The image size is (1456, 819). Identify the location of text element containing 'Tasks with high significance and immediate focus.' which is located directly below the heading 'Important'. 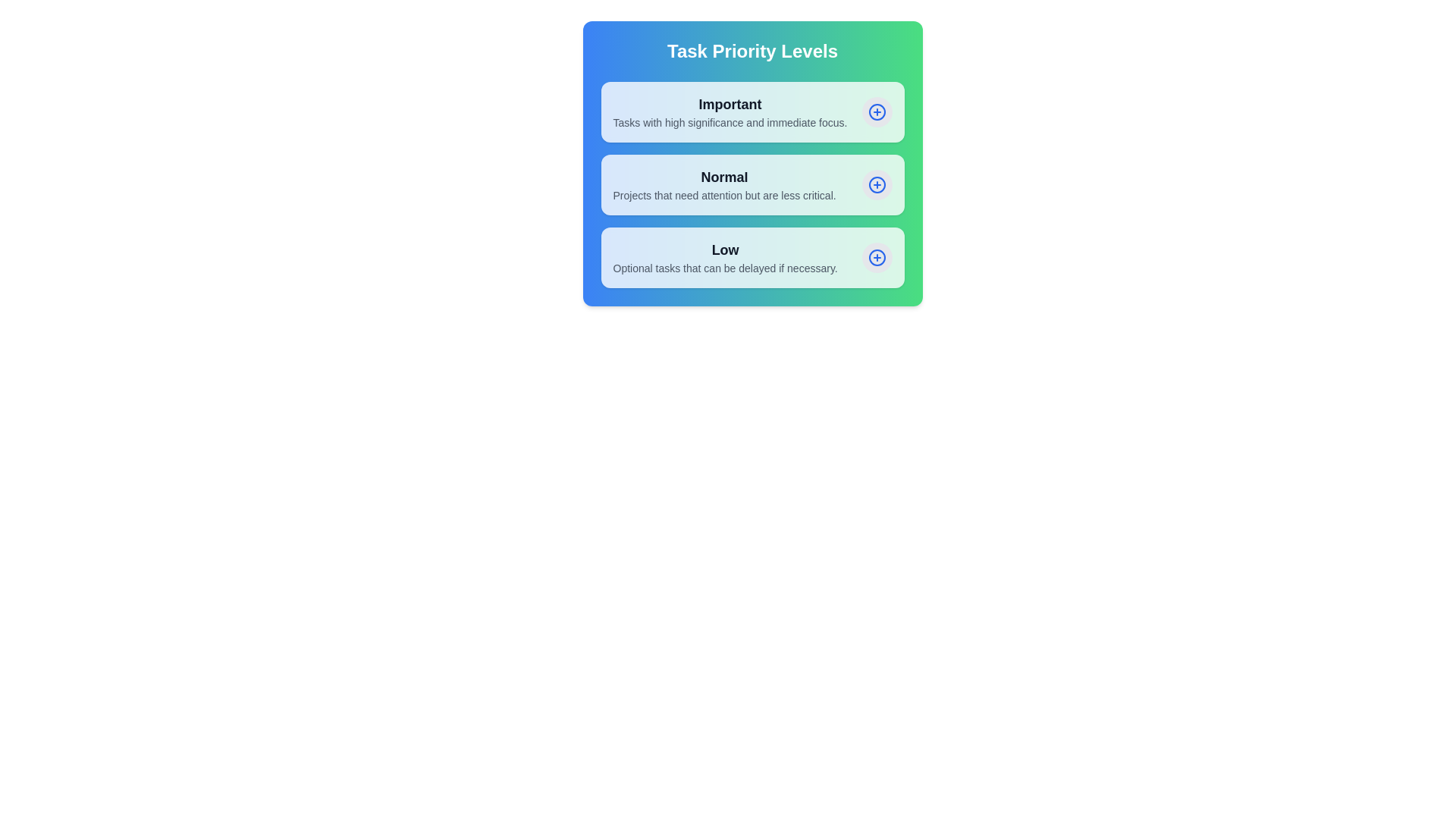
(730, 122).